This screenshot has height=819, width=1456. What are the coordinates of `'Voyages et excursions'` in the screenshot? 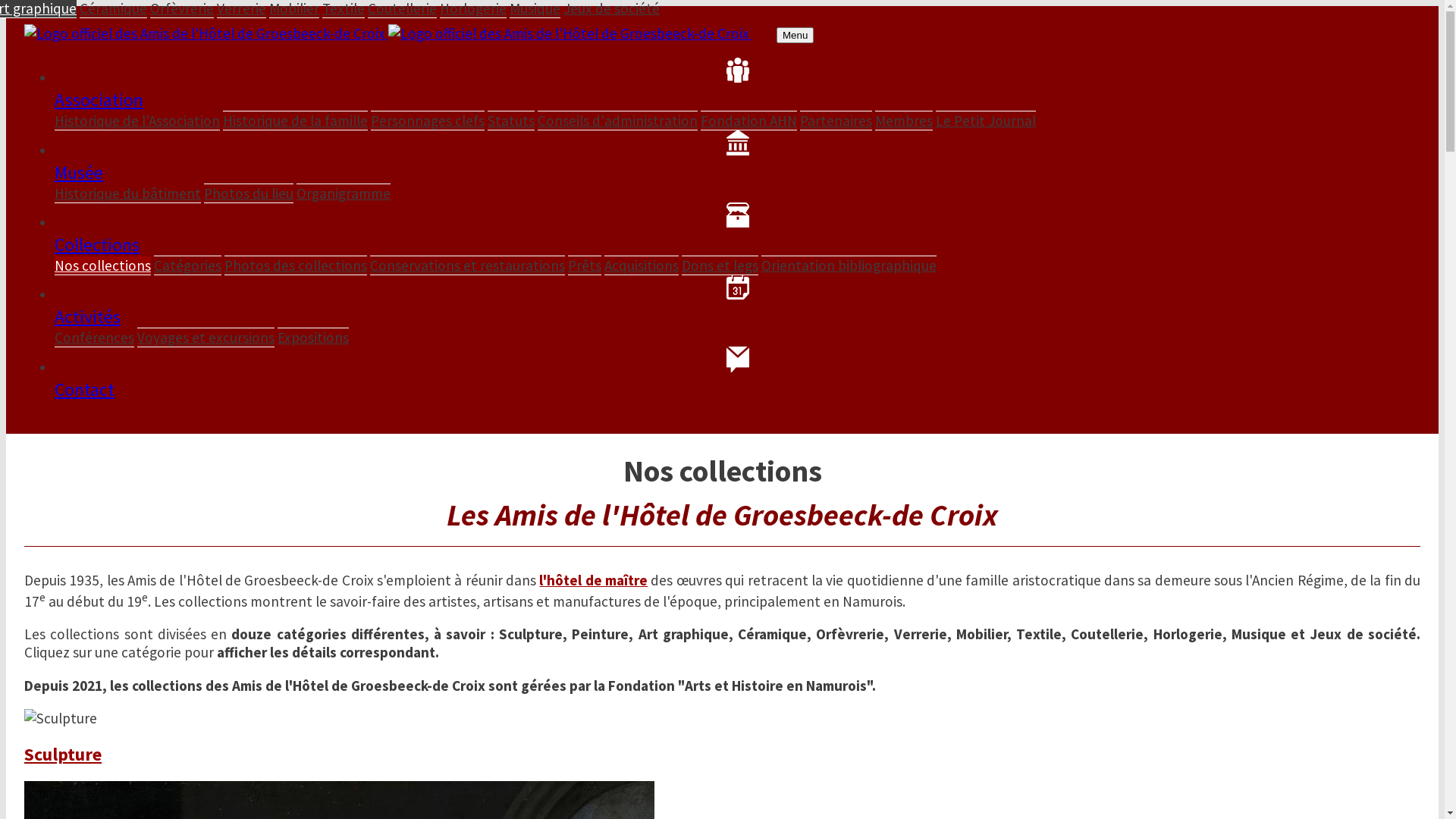 It's located at (205, 336).